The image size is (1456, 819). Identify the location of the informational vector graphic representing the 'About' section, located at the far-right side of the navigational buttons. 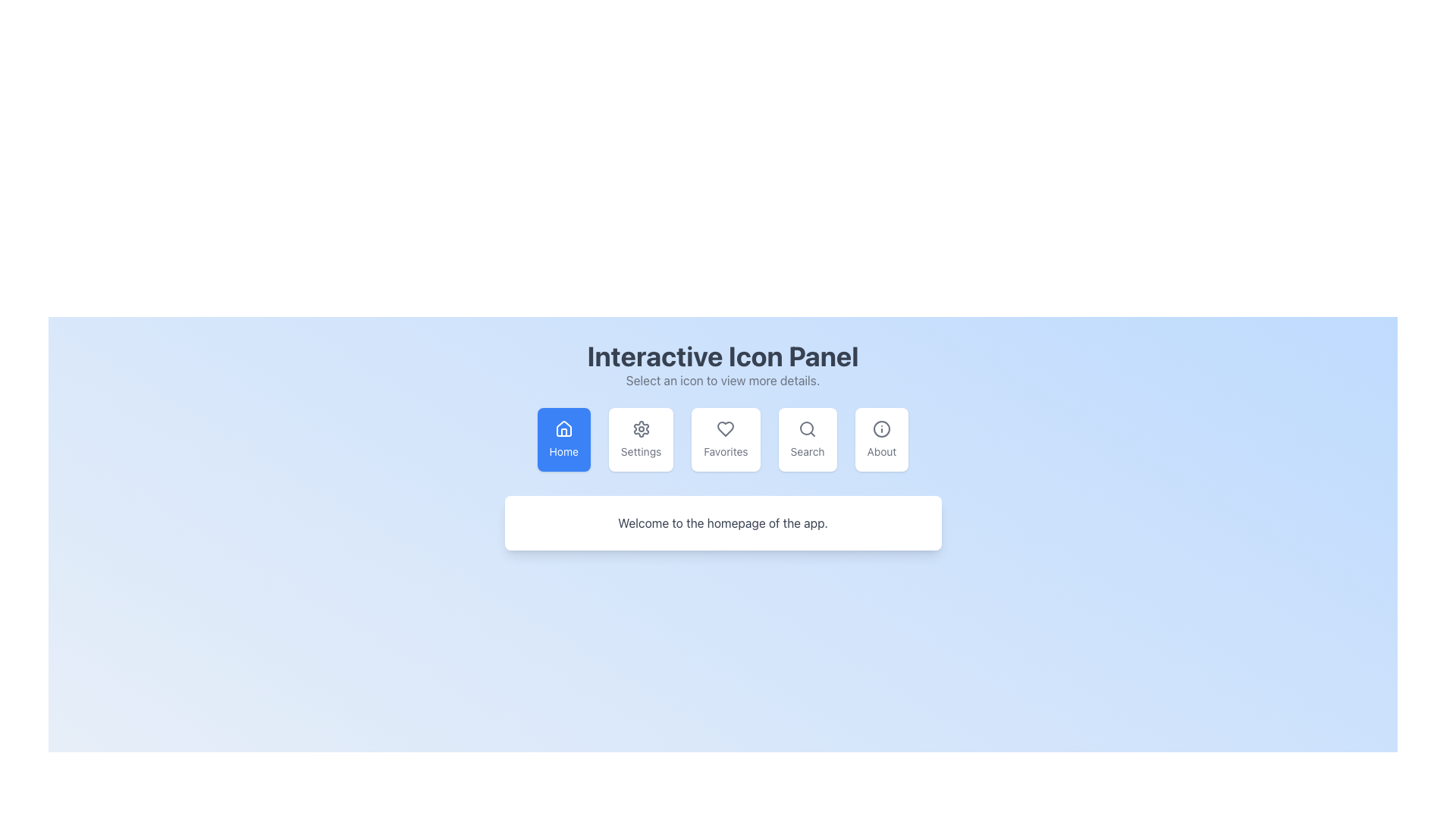
(881, 429).